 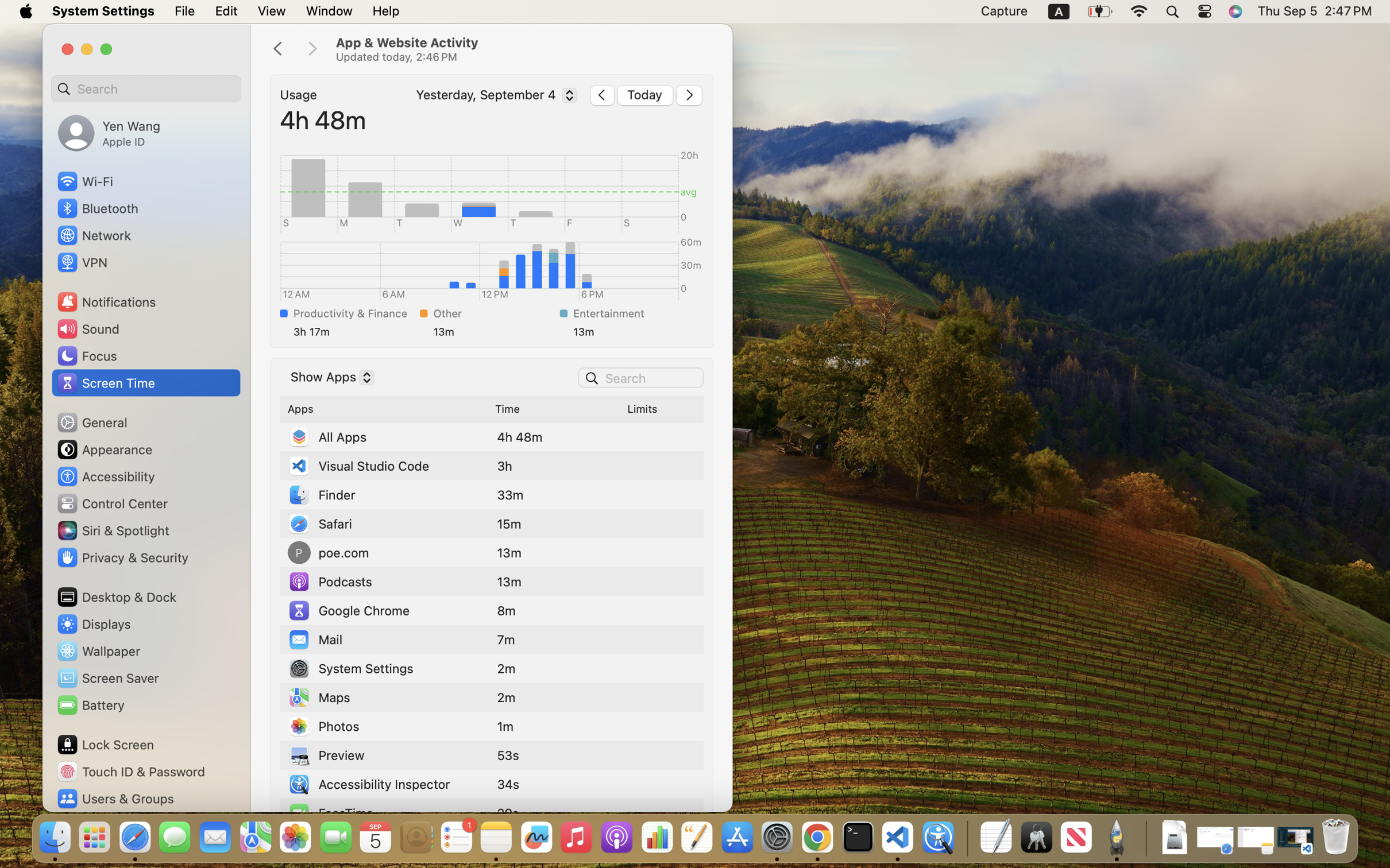 What do you see at coordinates (491, 188) in the screenshot?
I see `'Wednesday'` at bounding box center [491, 188].